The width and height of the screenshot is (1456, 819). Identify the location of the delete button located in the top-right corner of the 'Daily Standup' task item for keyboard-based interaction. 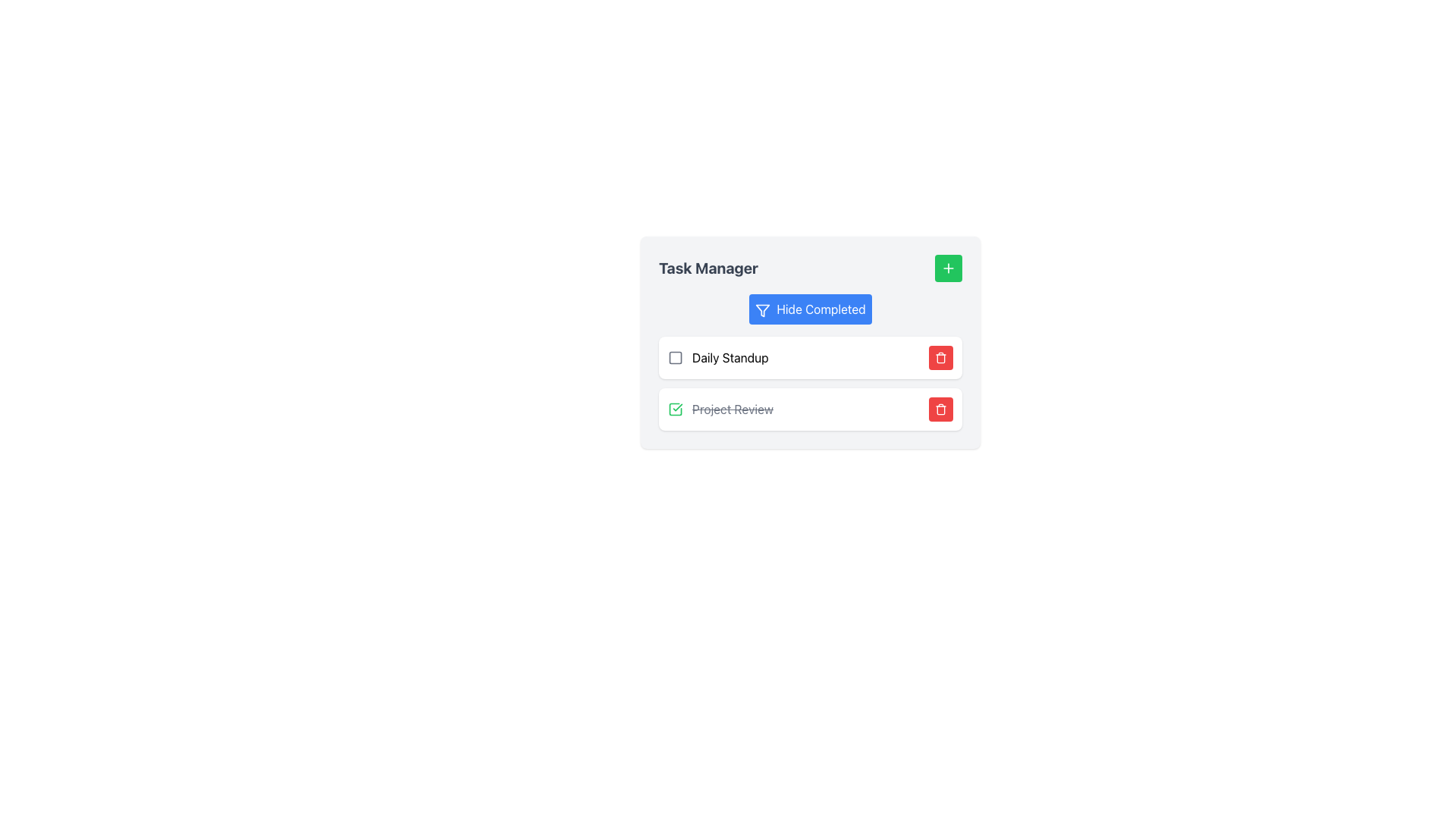
(940, 357).